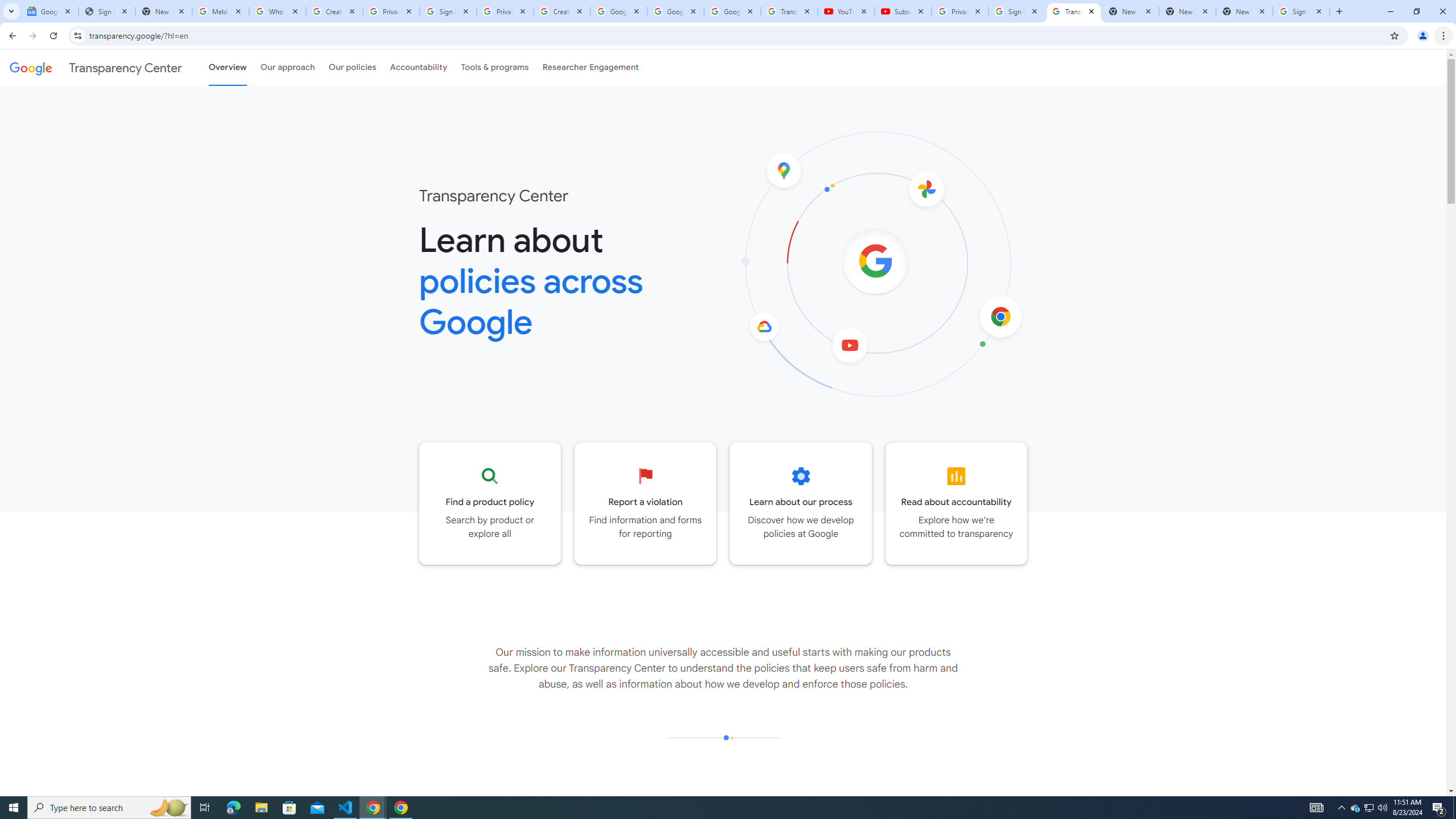 Image resolution: width=1456 pixels, height=819 pixels. What do you see at coordinates (561, 11) in the screenshot?
I see `'Create your Google Account'` at bounding box center [561, 11].